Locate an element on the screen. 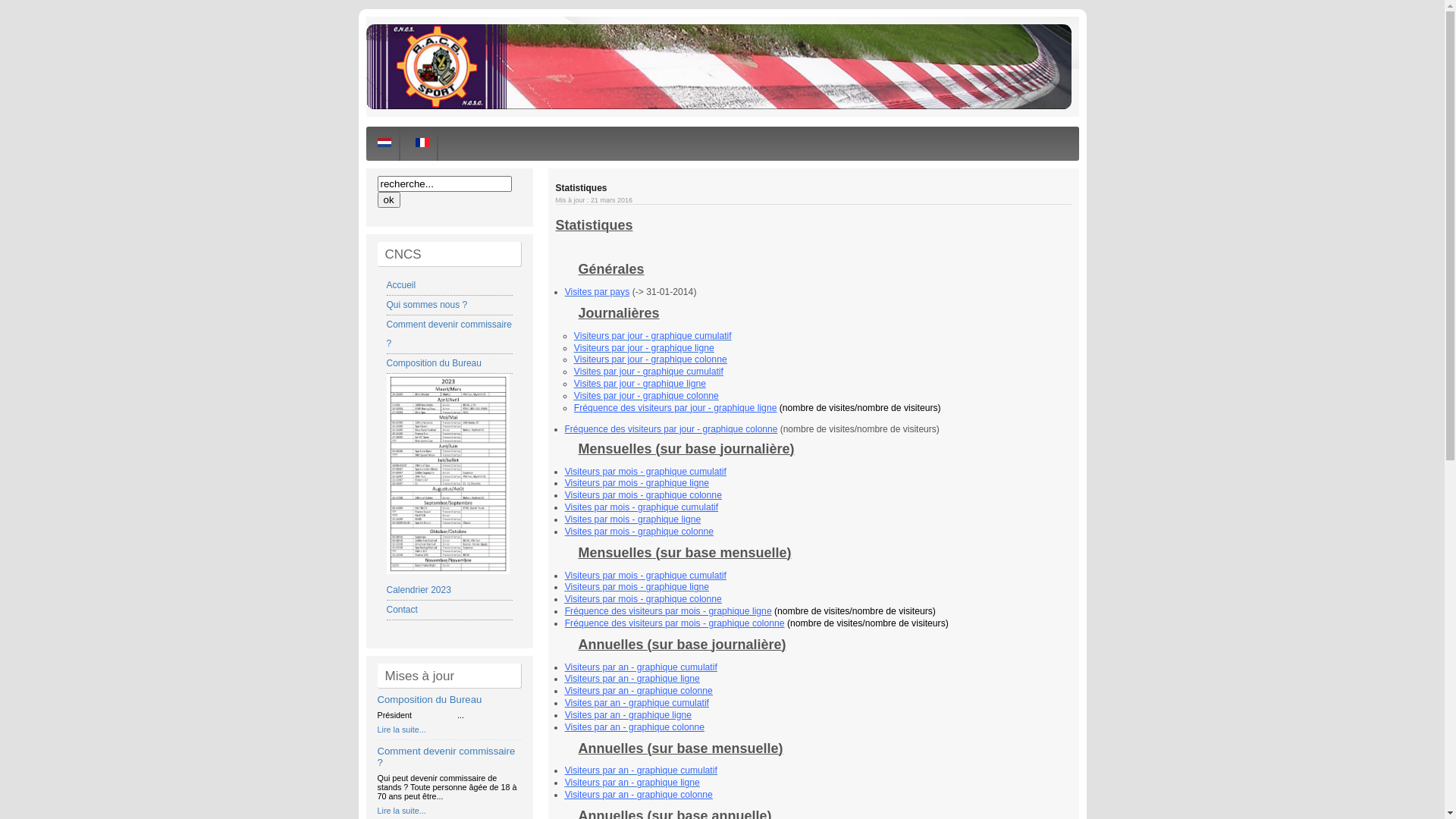  'Visites par an - graphique colonne' is located at coordinates (563, 726).